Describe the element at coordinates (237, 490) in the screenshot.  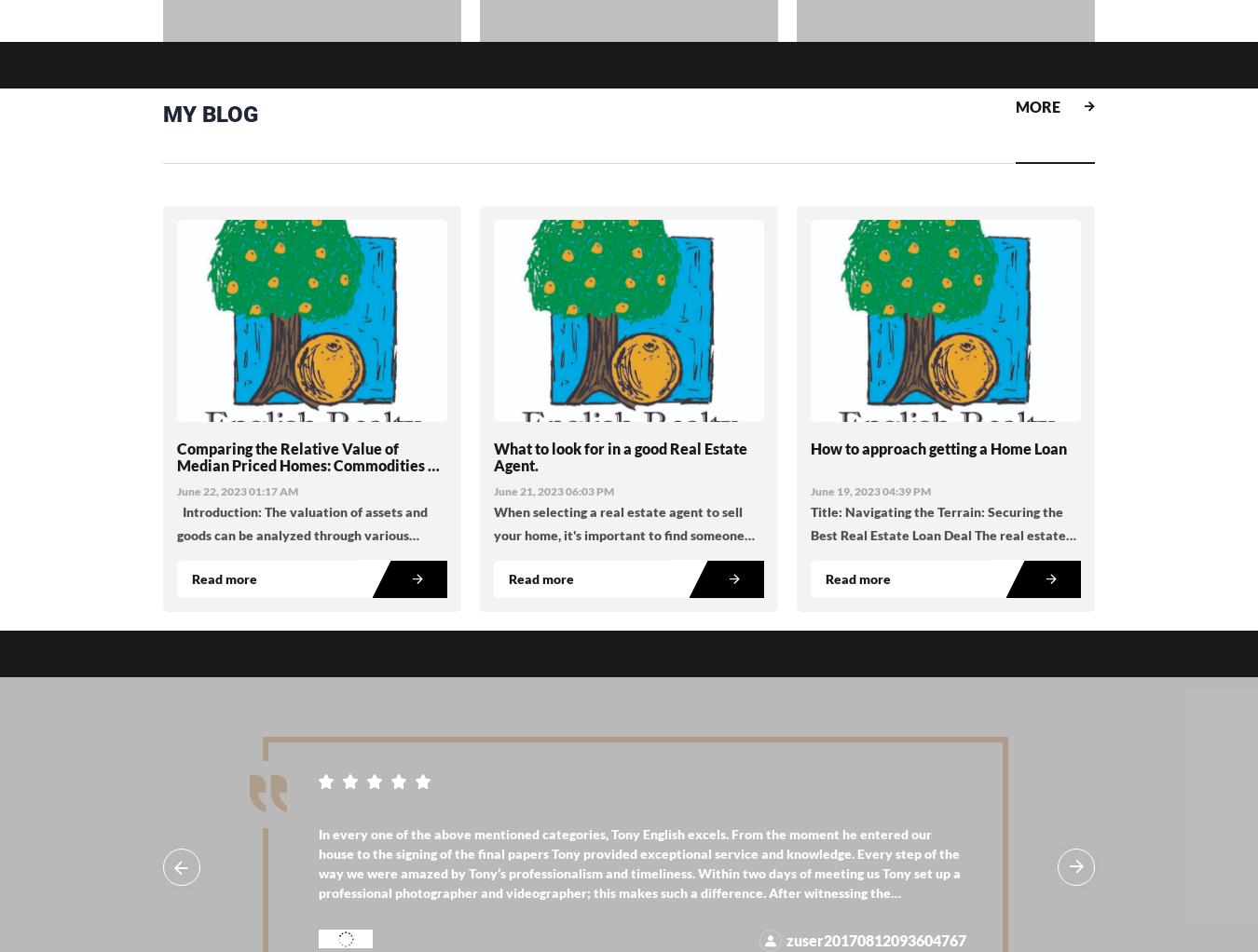
I see `'June 22, 2023 01:17 AM'` at that location.